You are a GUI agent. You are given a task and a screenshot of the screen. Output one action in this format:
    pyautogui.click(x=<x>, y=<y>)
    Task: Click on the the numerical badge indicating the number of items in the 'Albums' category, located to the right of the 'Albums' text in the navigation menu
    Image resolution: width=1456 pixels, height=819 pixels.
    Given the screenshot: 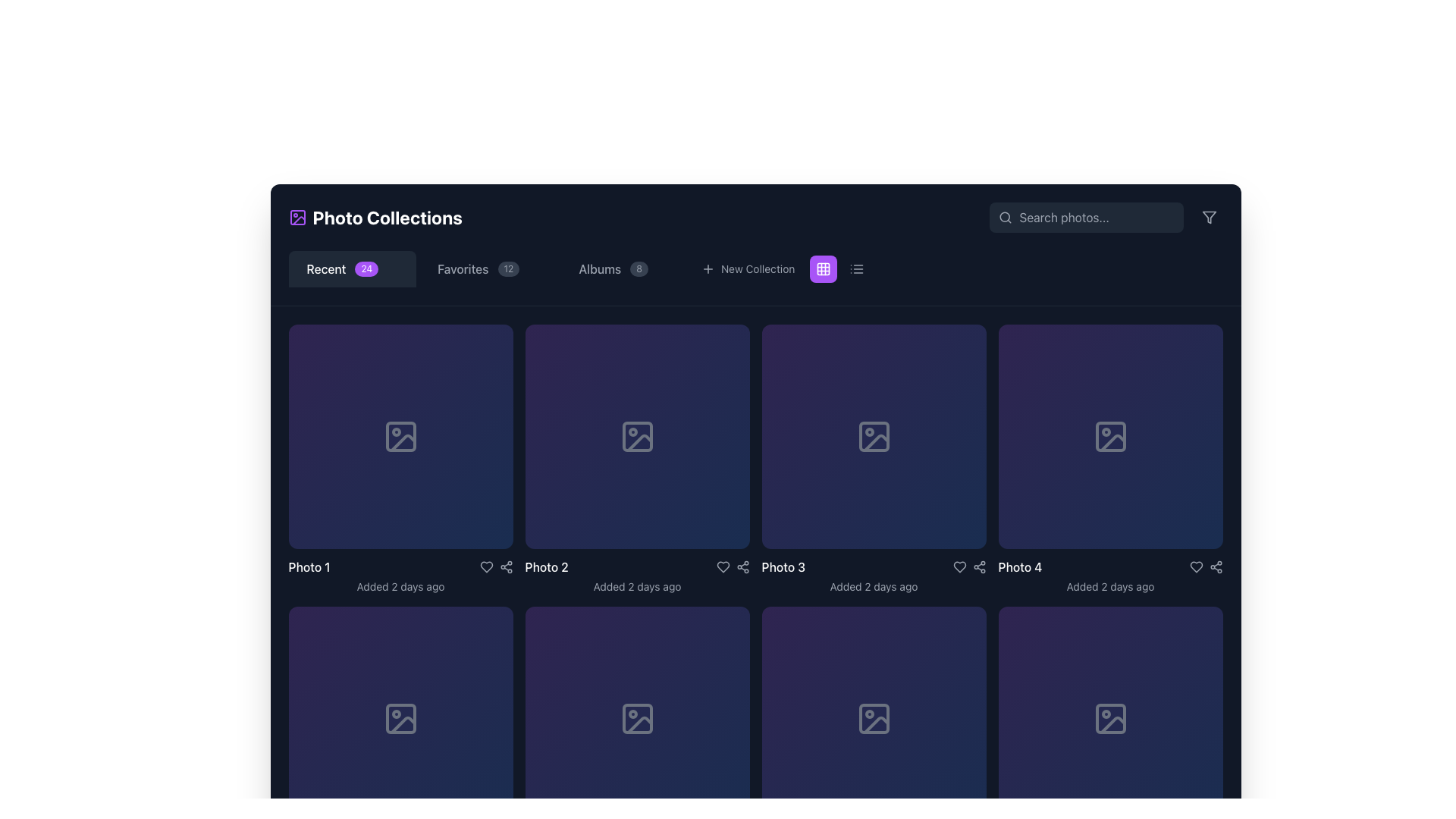 What is the action you would take?
    pyautogui.click(x=639, y=268)
    